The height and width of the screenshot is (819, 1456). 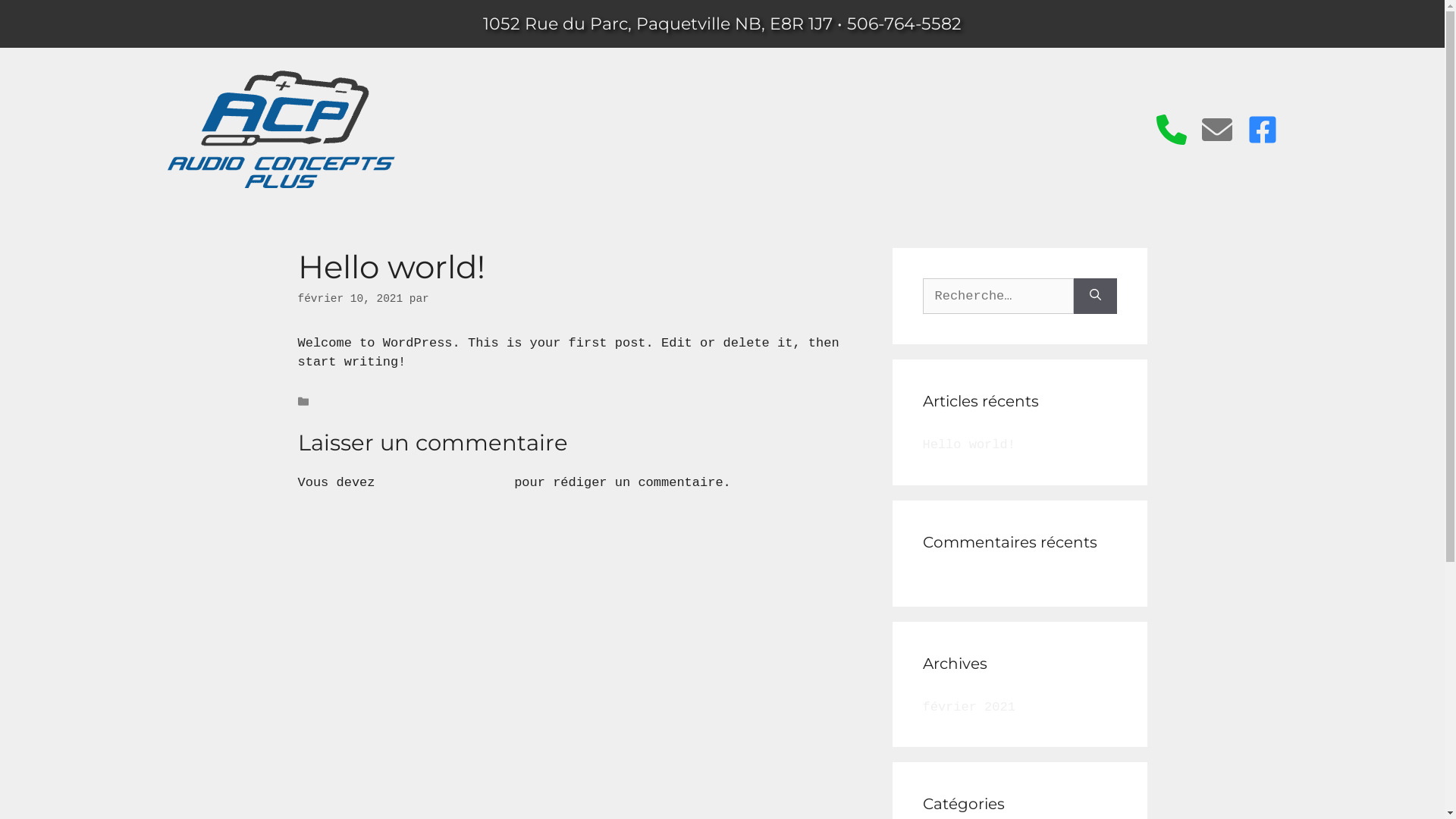 I want to click on 'Audio Concept Plus', so click(x=280, y=128).